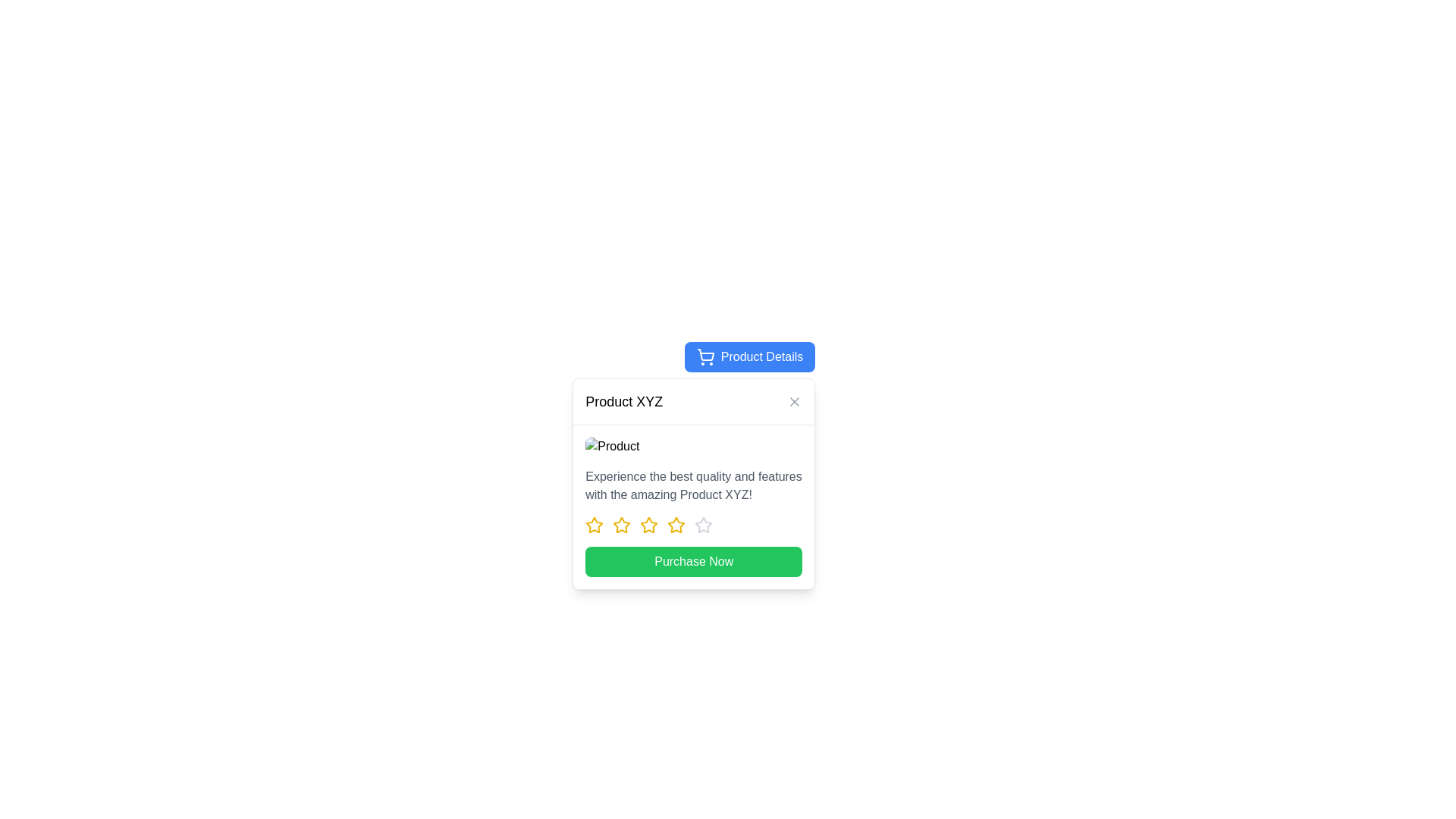  Describe the element at coordinates (676, 523) in the screenshot. I see `the fourth yellow star icon with a hollow center to rate the product with this score` at that location.